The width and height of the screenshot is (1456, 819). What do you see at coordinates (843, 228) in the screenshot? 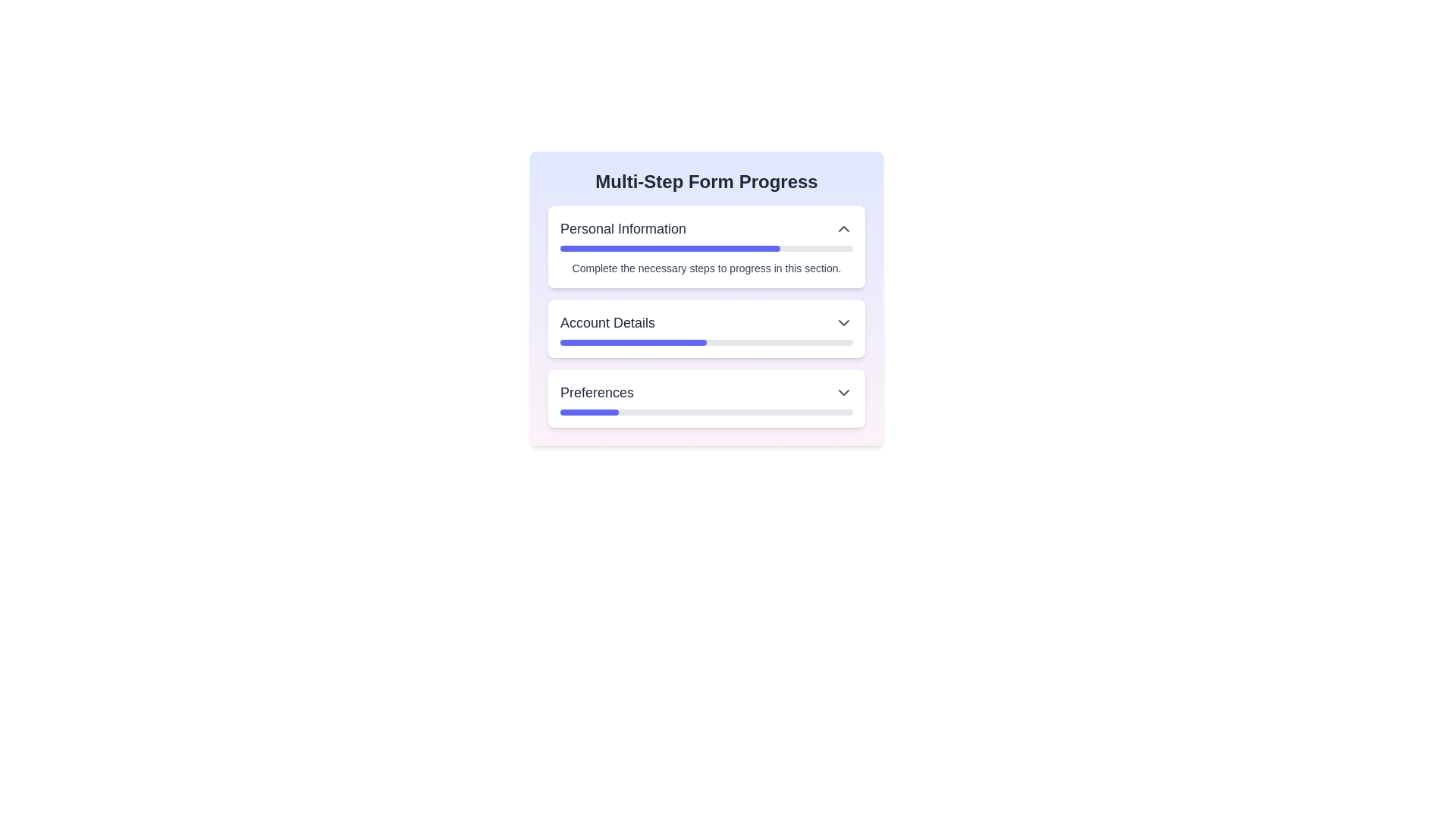
I see `the upward-pointing chevron SVG icon located to the right of the 'Personal Information' text` at bounding box center [843, 228].